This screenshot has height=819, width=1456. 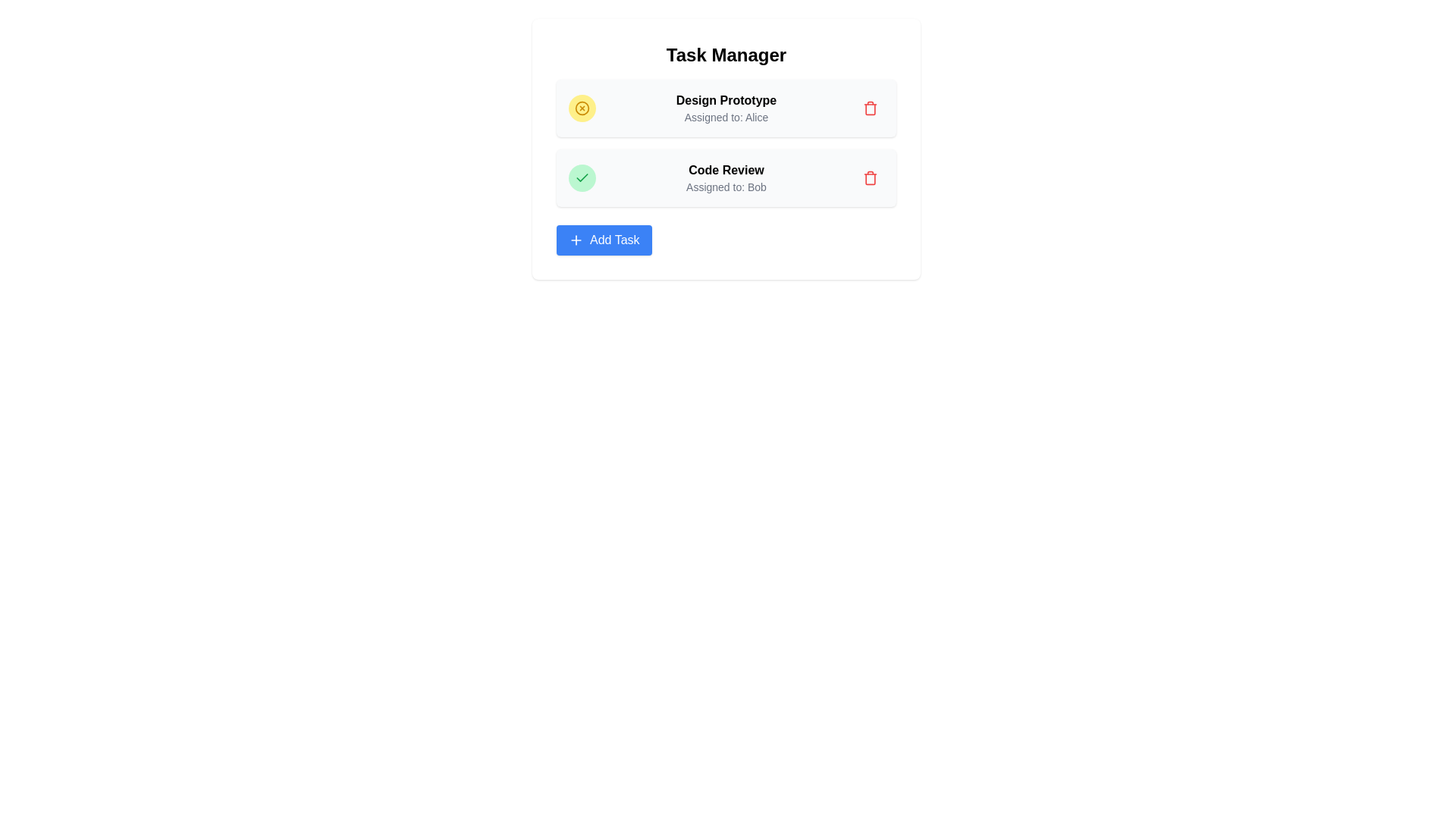 What do you see at coordinates (726, 186) in the screenshot?
I see `the informational text label that denotes the individual assigned to the 'Code Review' task, located below the 'Code Review' label within the second task card` at bounding box center [726, 186].